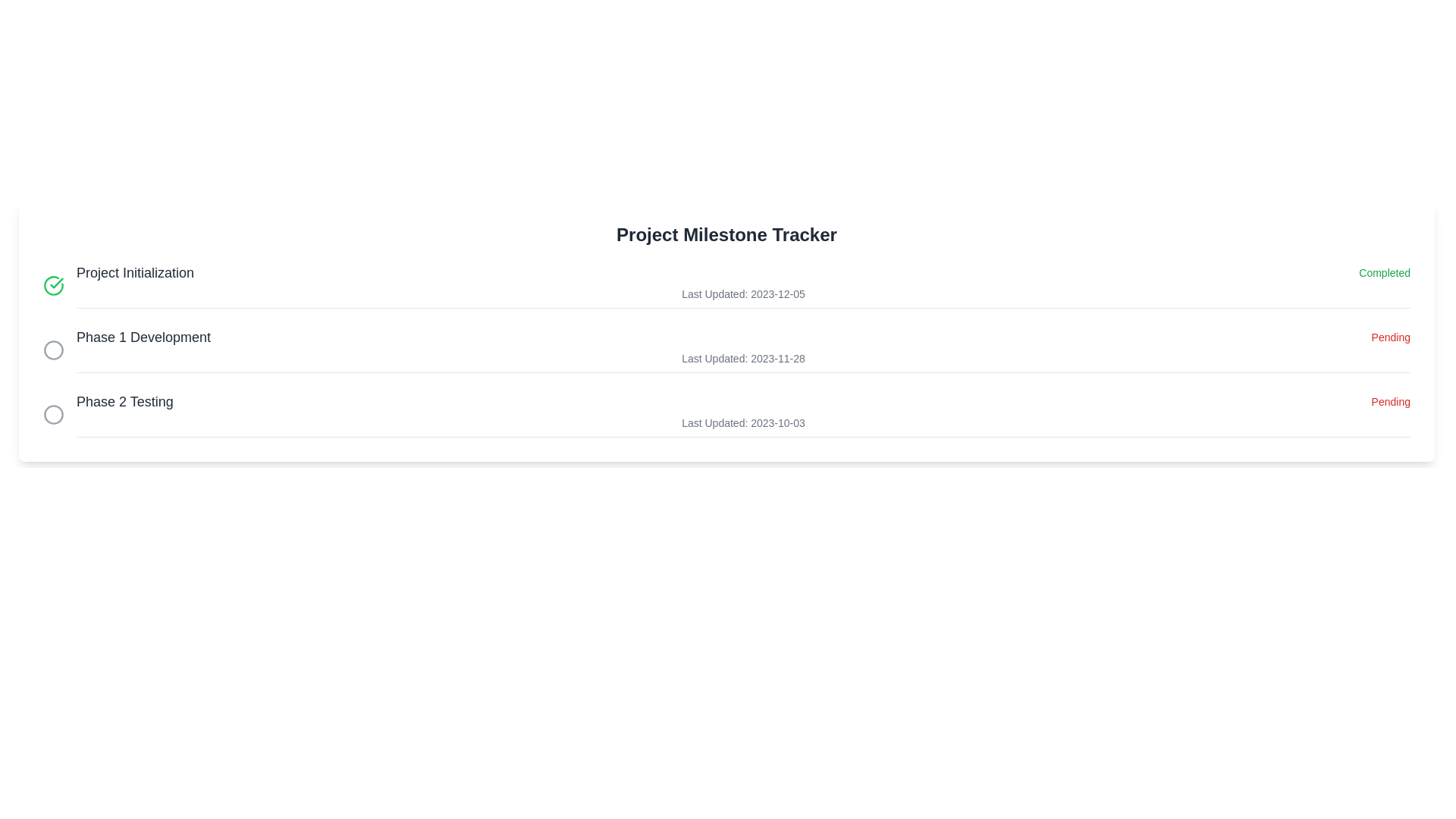  Describe the element at coordinates (726, 414) in the screenshot. I see `the Status indicator for 'Phase 2 Testing', which provides an overview of the current status and last update information, located as the third entry in the 'Project Milestone Tracker' list` at that location.